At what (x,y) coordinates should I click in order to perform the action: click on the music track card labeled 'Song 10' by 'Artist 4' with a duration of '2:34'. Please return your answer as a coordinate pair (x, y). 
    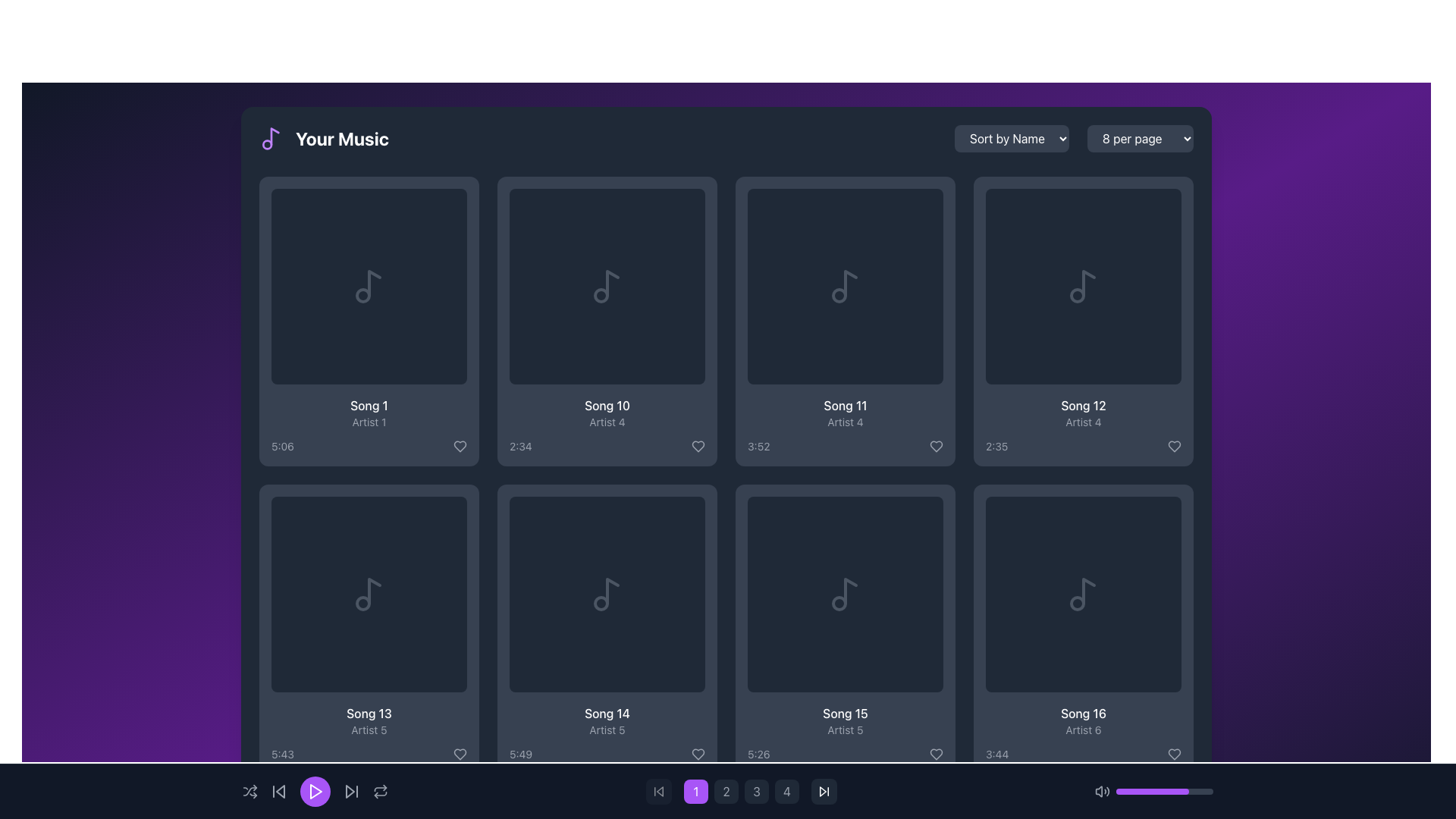
    Looking at the image, I should click on (607, 321).